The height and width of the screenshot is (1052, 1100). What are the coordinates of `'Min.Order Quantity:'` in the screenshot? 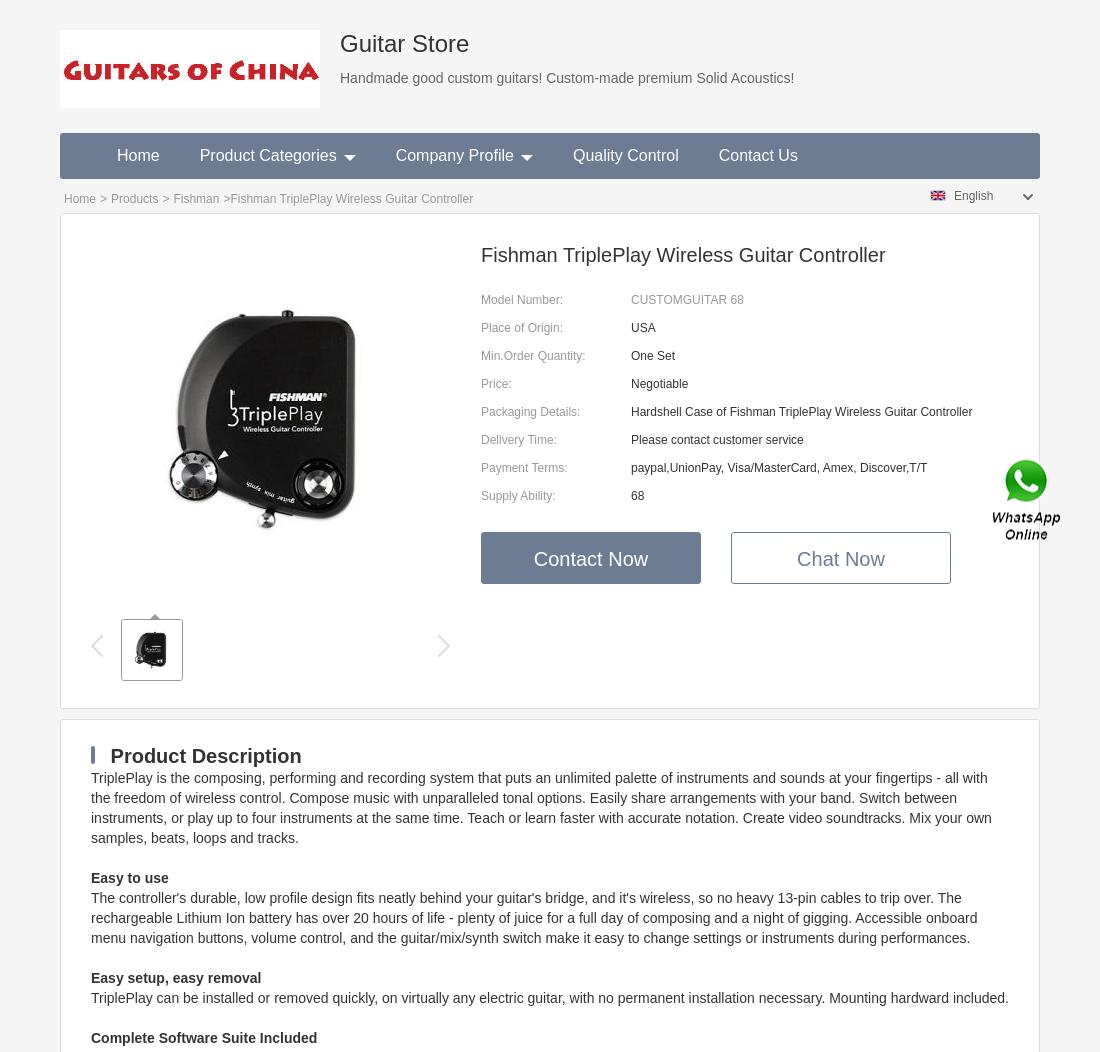 It's located at (532, 355).